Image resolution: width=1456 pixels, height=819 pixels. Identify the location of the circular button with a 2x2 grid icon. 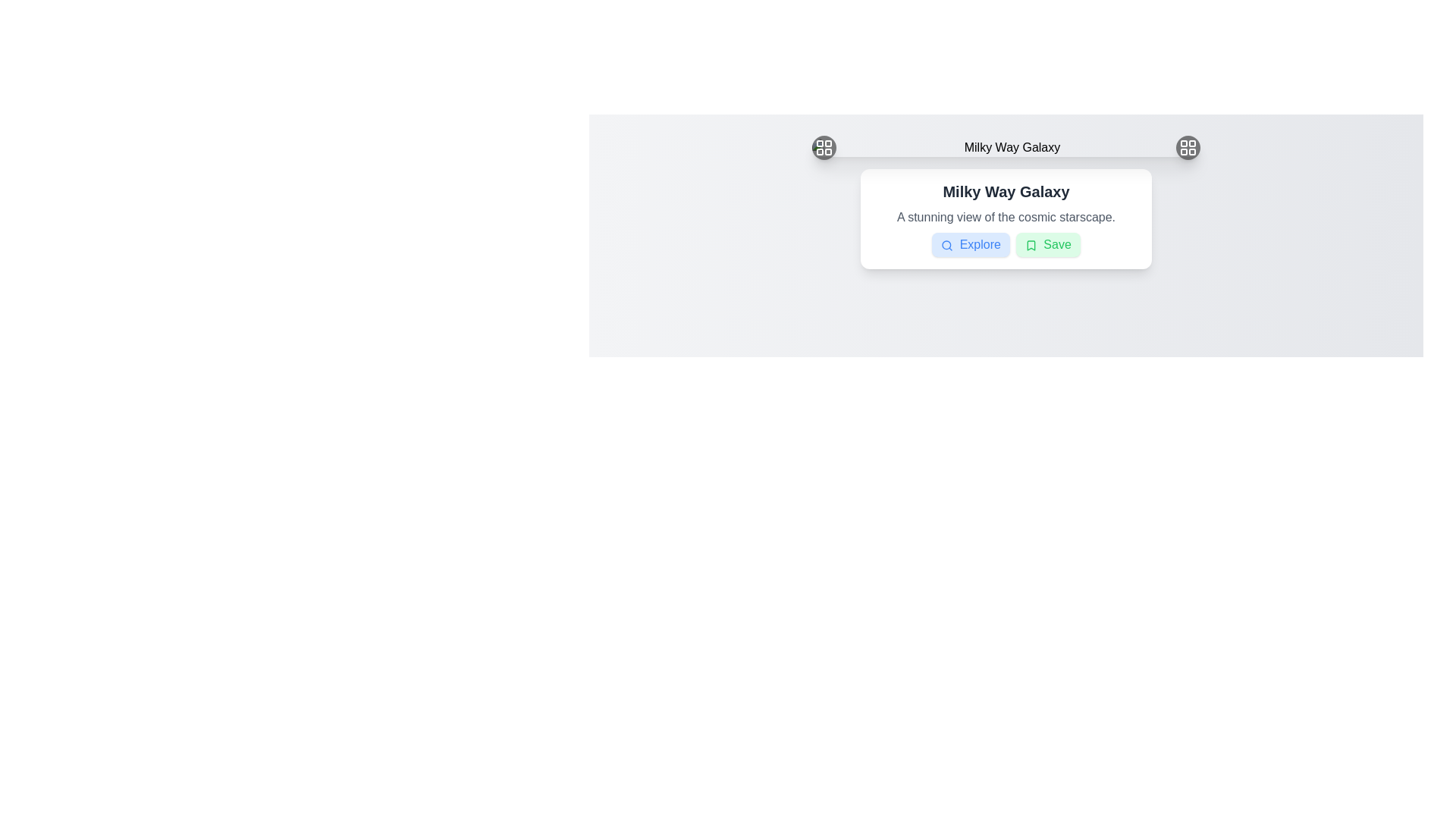
(1187, 148).